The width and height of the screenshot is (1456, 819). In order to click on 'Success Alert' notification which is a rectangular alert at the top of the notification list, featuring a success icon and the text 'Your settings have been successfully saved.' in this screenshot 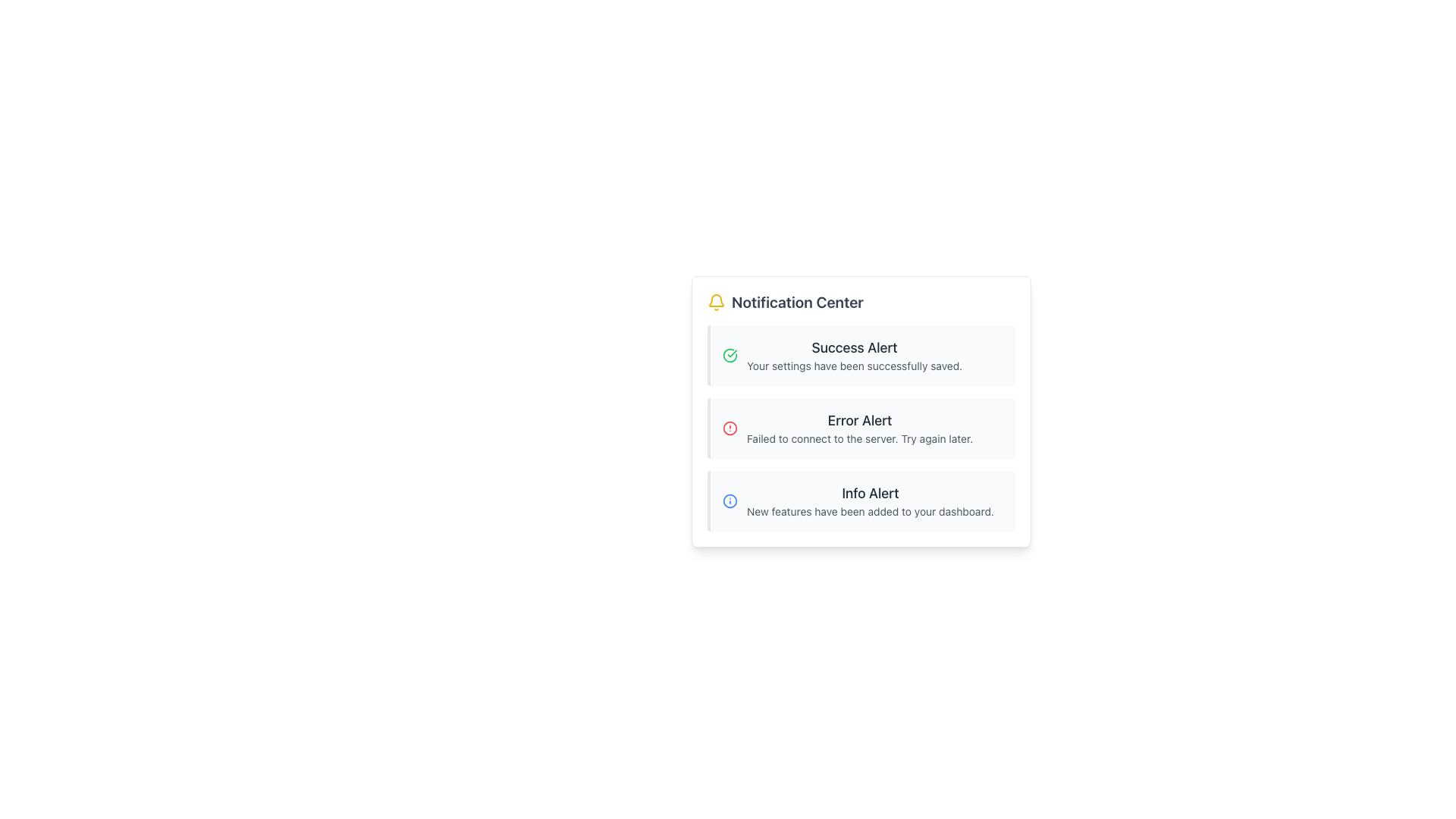, I will do `click(861, 356)`.